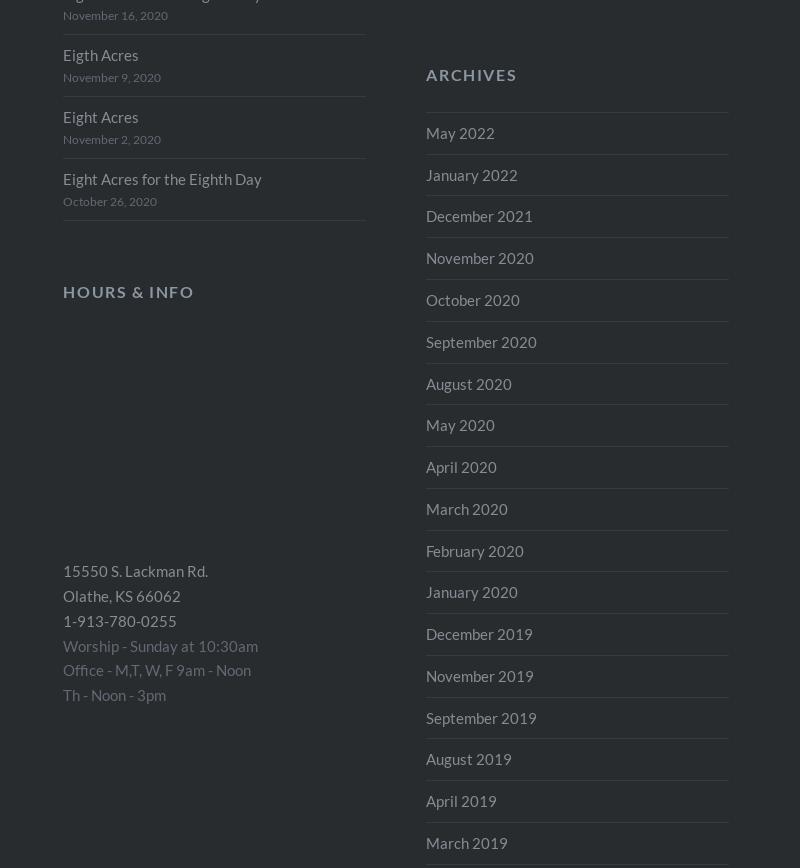 The image size is (800, 868). Describe the element at coordinates (156, 670) in the screenshot. I see `'Office - M,T, W, F 9am - Noon'` at that location.